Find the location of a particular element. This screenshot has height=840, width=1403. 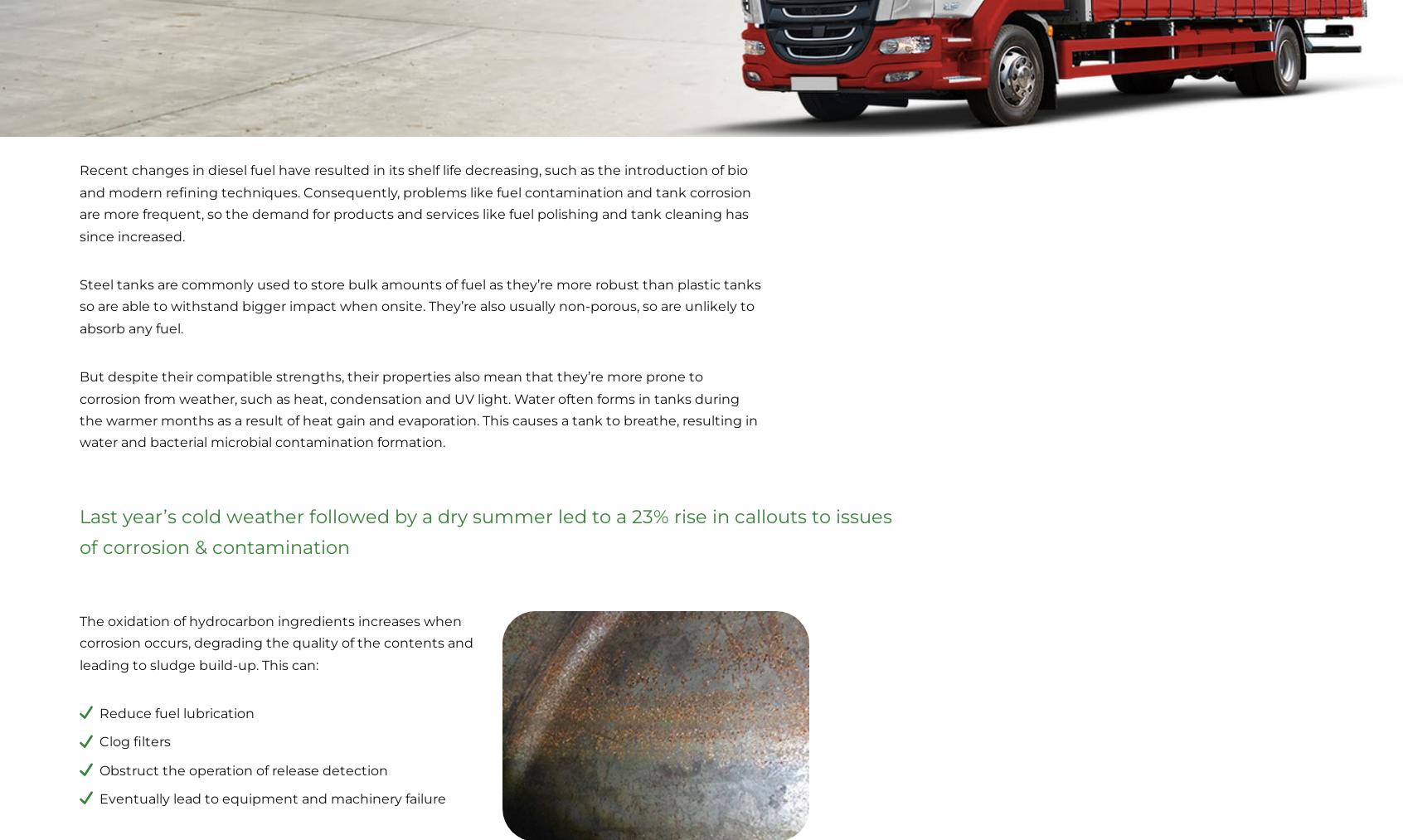

'Heap Bridge' is located at coordinates (1065, 646).